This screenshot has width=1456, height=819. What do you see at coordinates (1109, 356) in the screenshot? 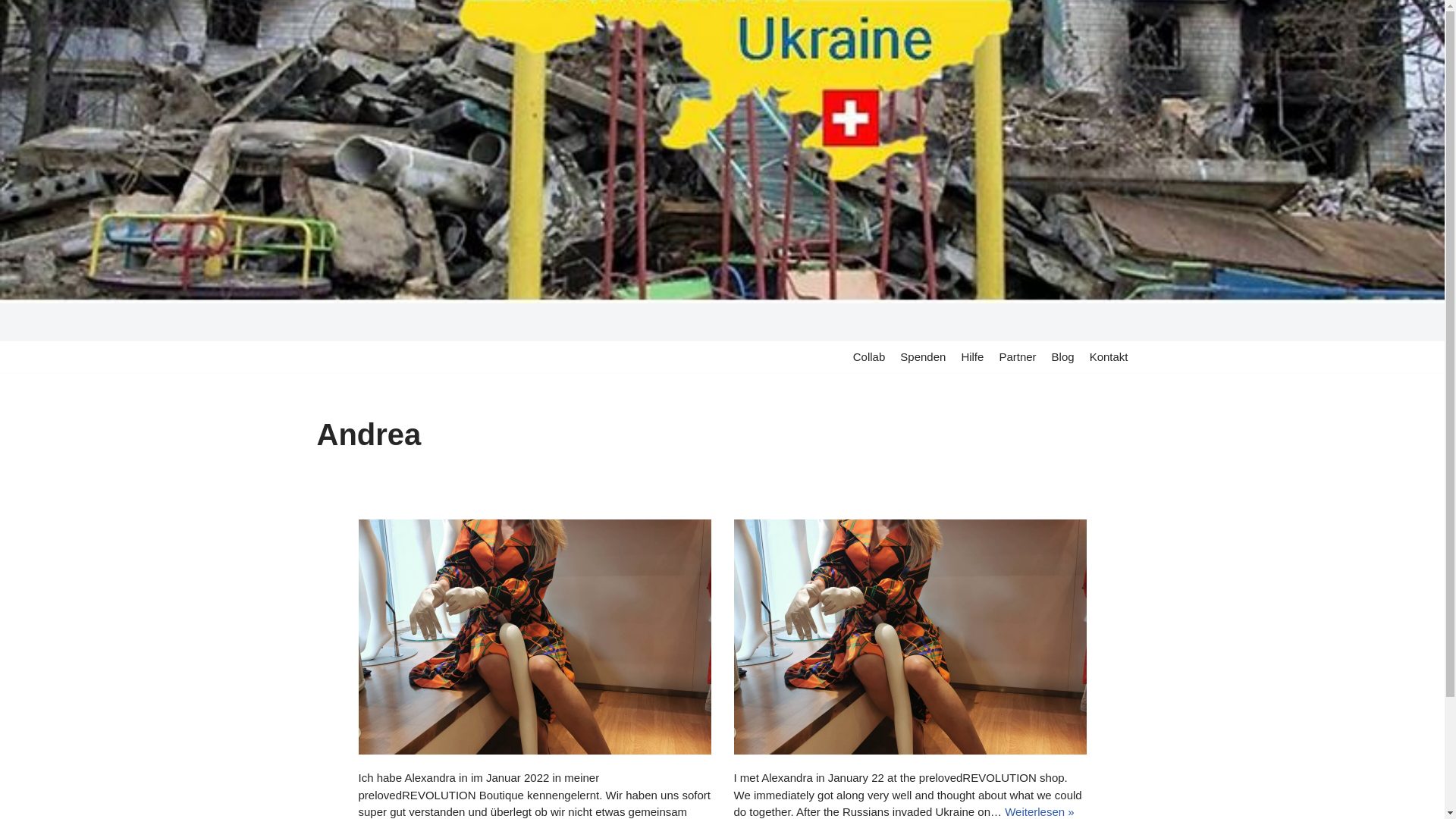
I see `'Kontakt'` at bounding box center [1109, 356].